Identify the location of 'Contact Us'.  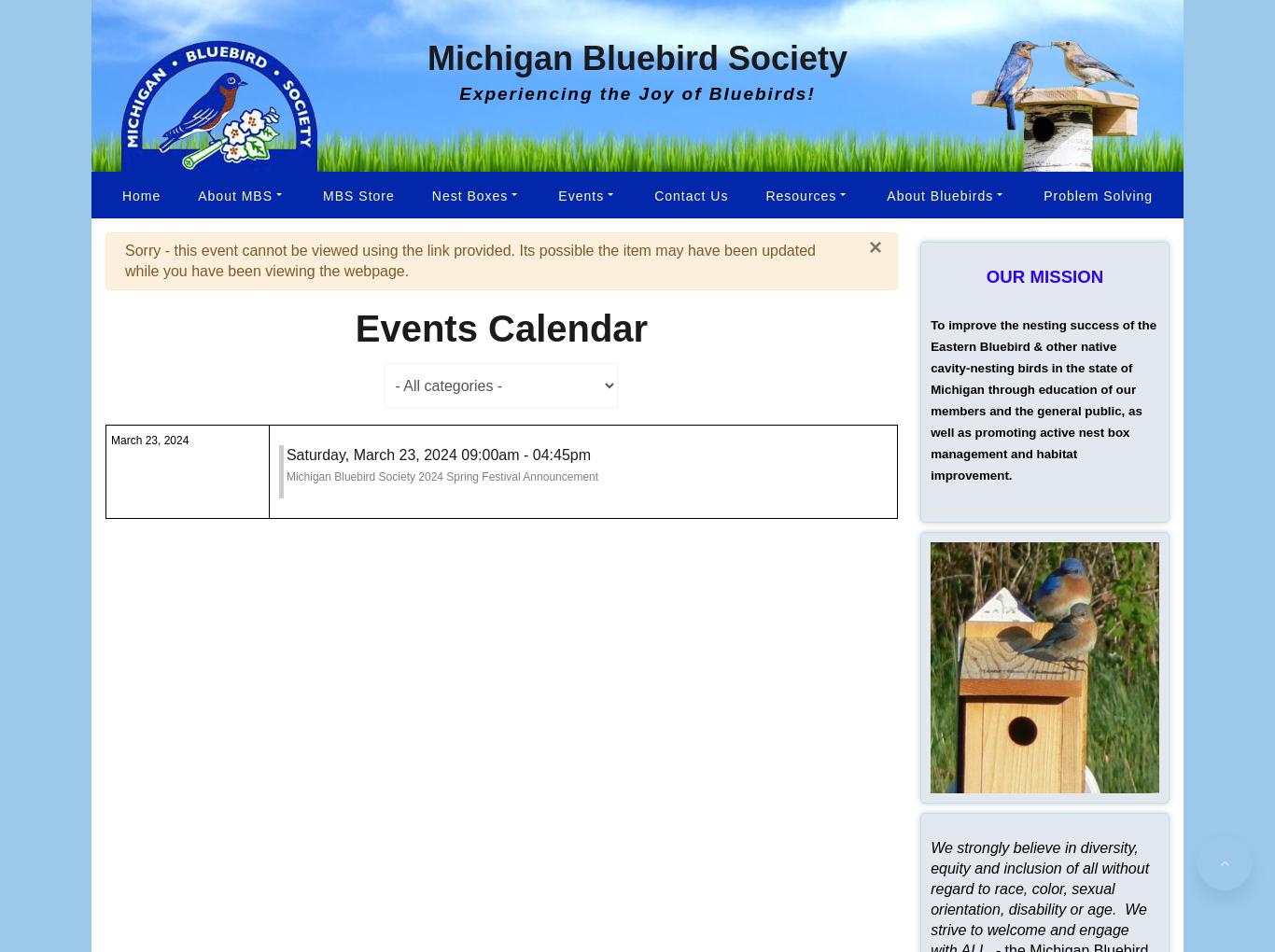
(691, 193).